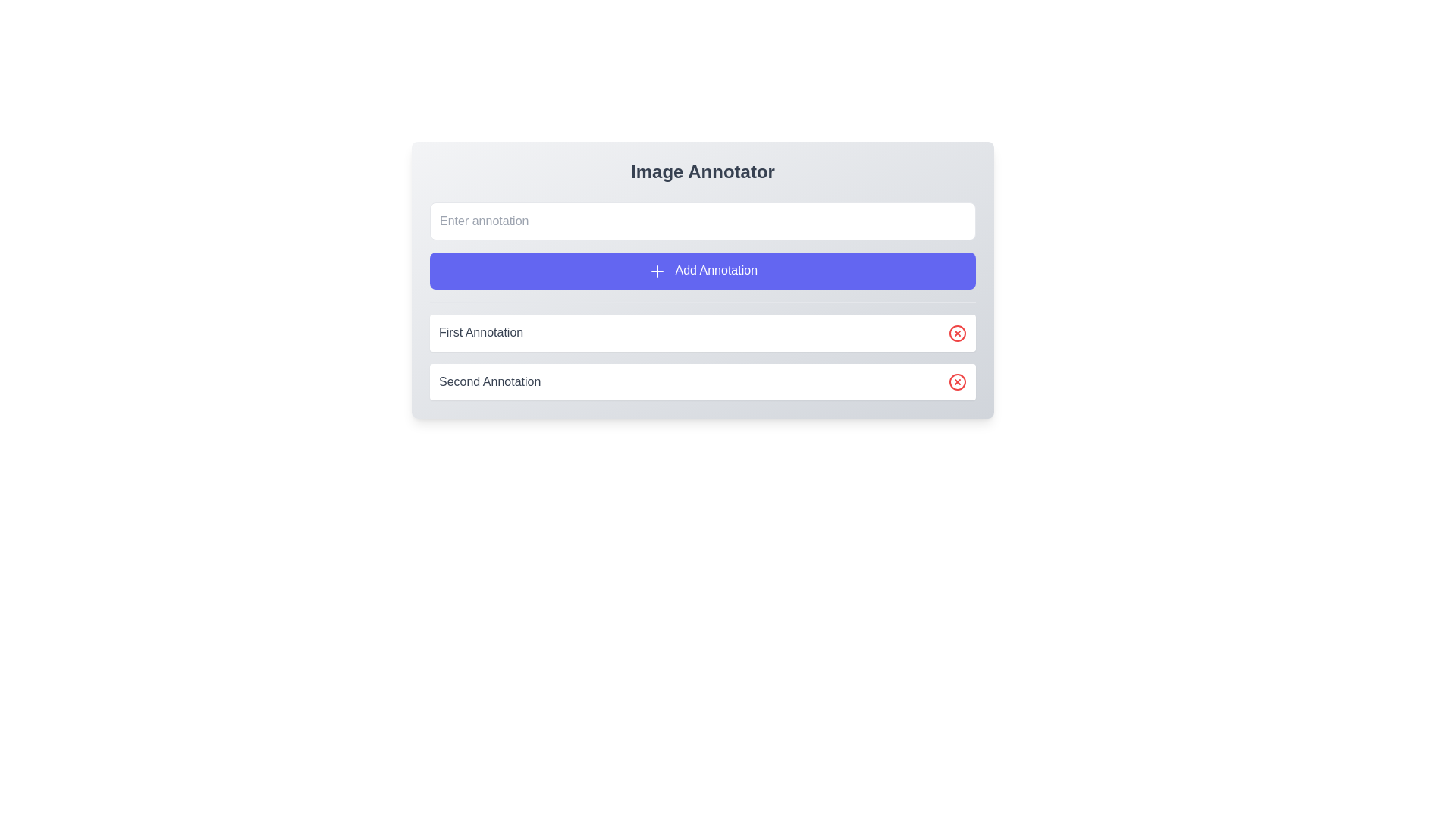  I want to click on the text label displaying 'Second Annotation' in bold gray font, located within the second annotation card, so click(490, 381).